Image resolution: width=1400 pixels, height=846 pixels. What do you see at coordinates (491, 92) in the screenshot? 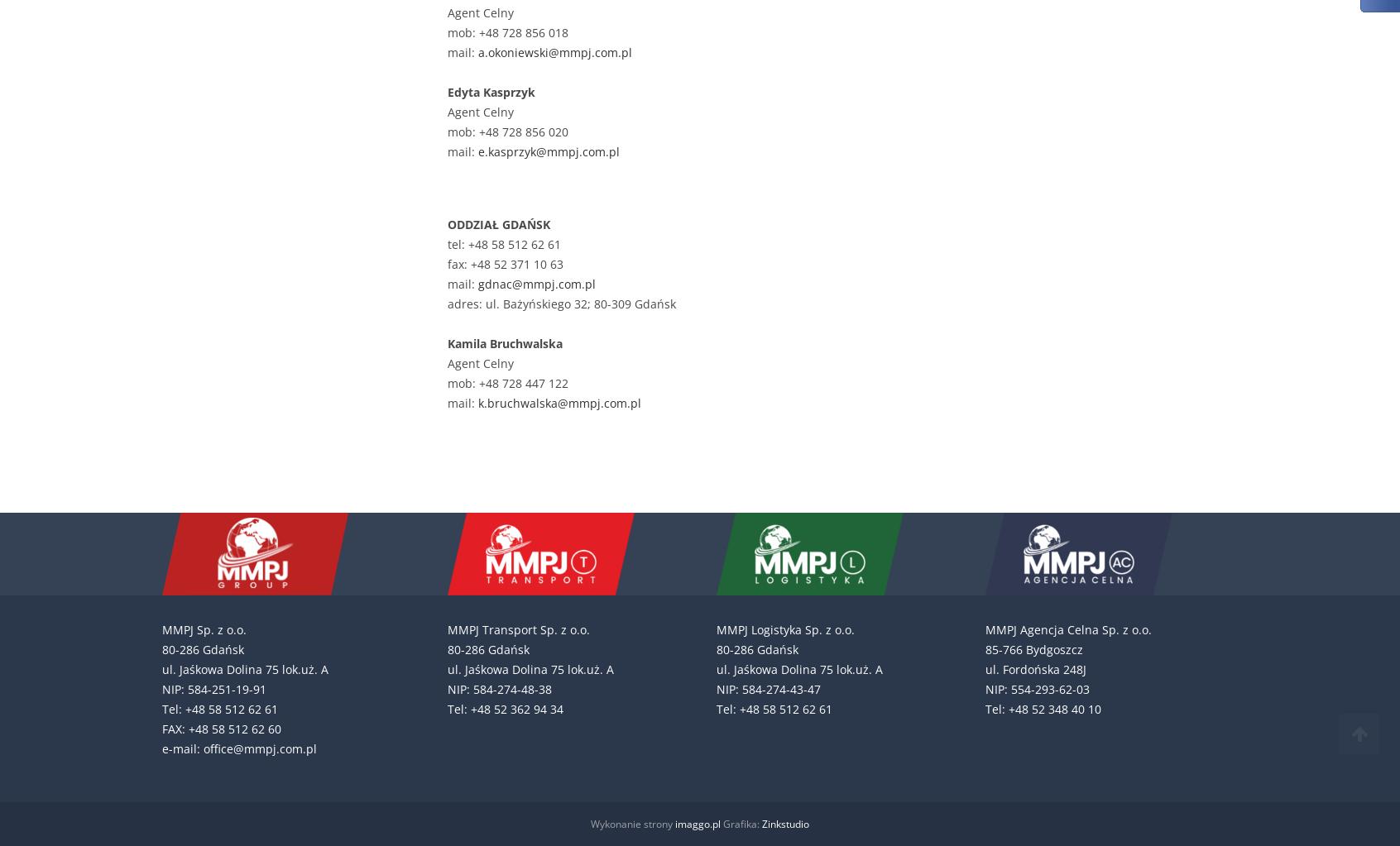
I see `'Edyta Kasprzyk'` at bounding box center [491, 92].